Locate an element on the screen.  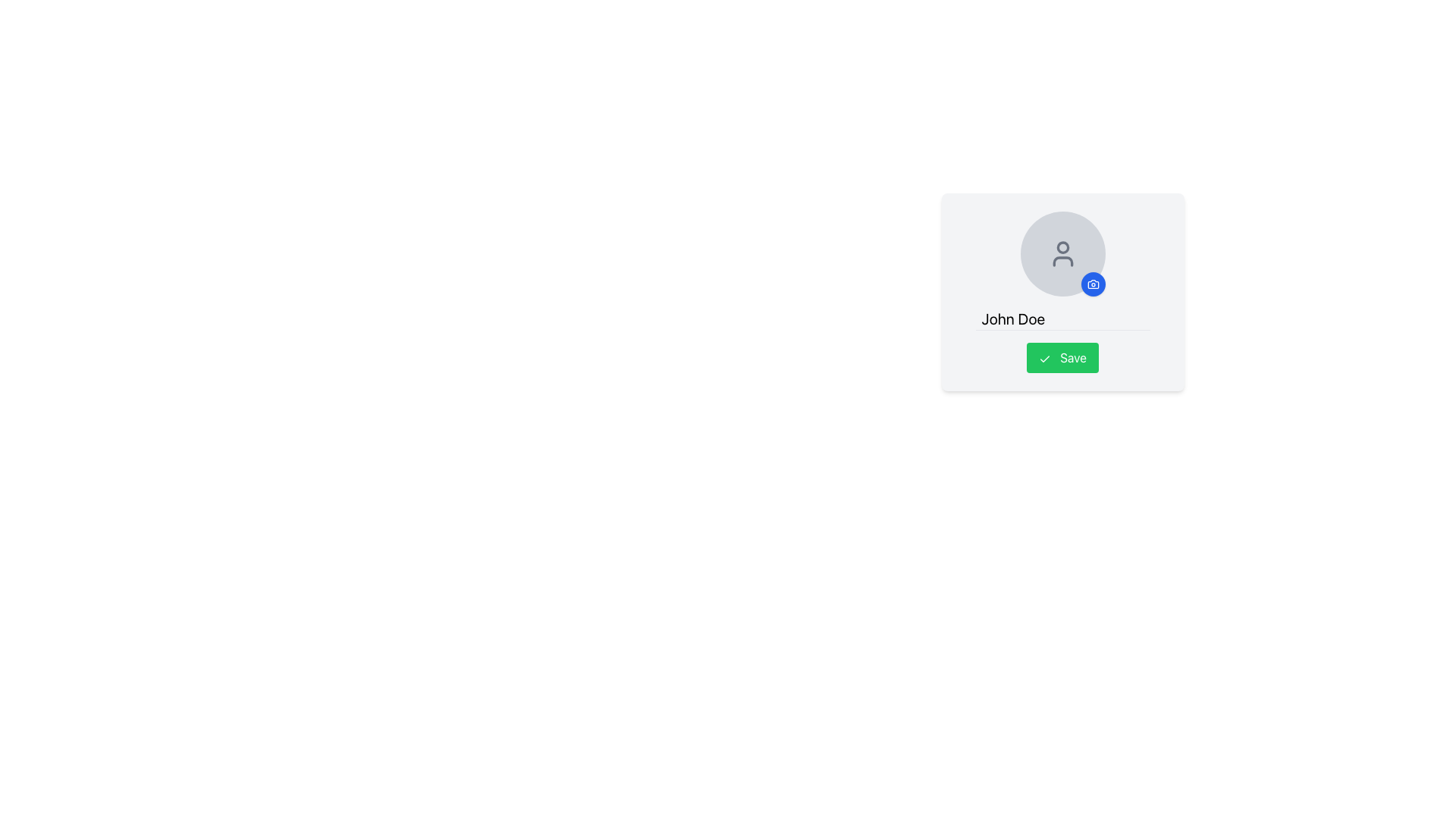
the checkmark icon inside the green 'Save' button located below 'John Doe.' is located at coordinates (1043, 359).